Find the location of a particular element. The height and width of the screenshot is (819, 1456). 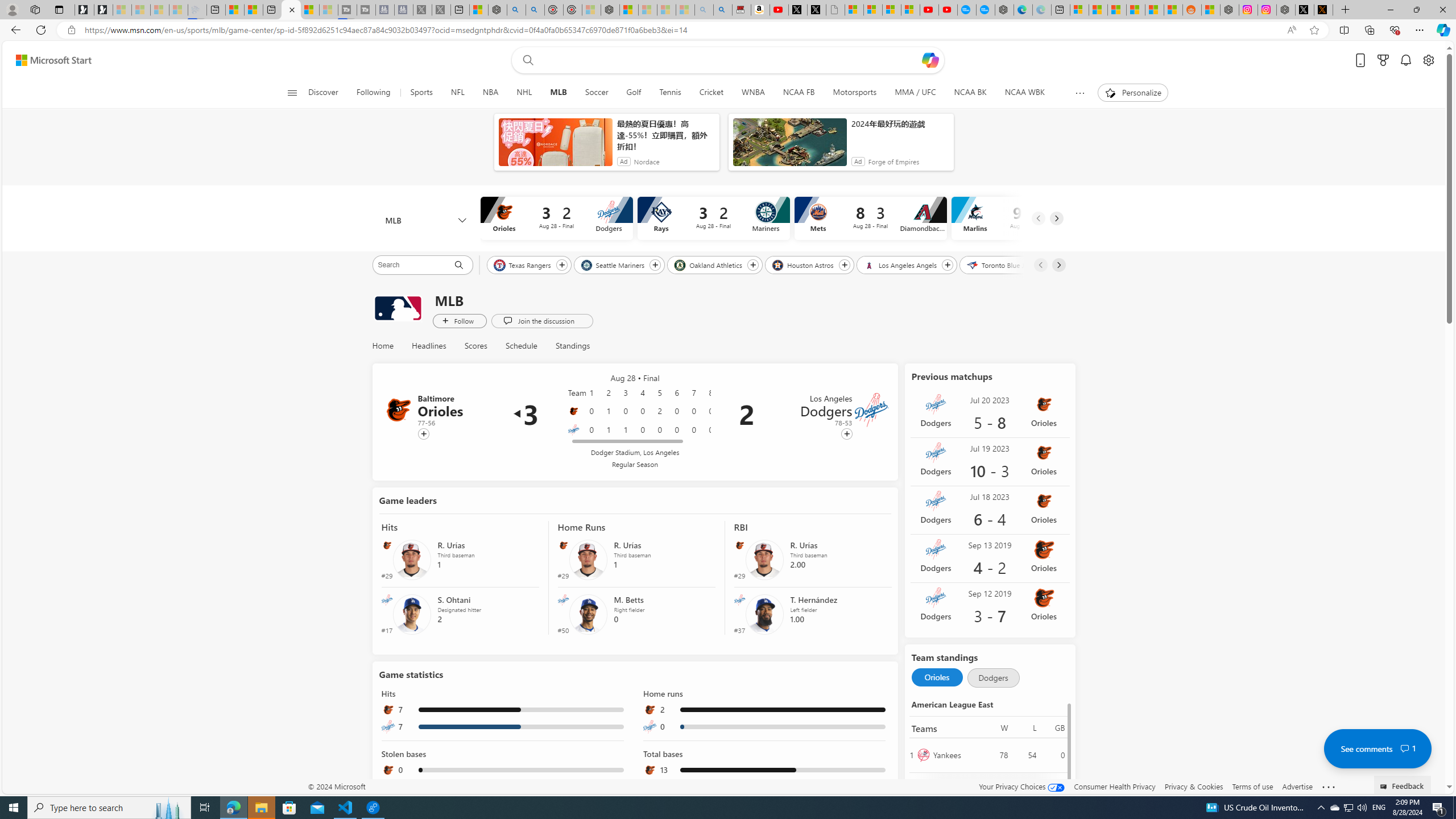

'Motorsports' is located at coordinates (854, 92).